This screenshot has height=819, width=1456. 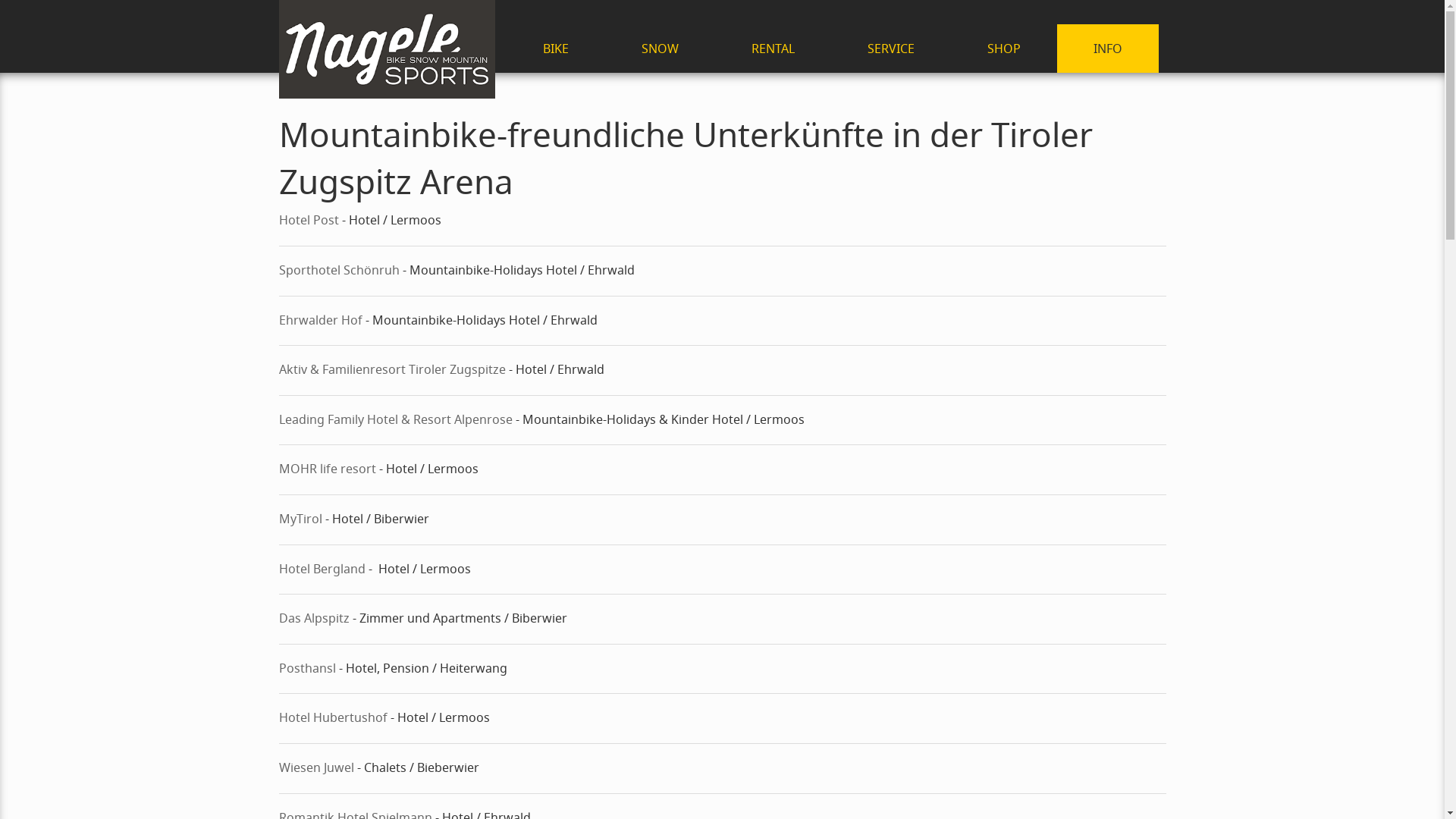 What do you see at coordinates (830, 48) in the screenshot?
I see `'SERVICE'` at bounding box center [830, 48].